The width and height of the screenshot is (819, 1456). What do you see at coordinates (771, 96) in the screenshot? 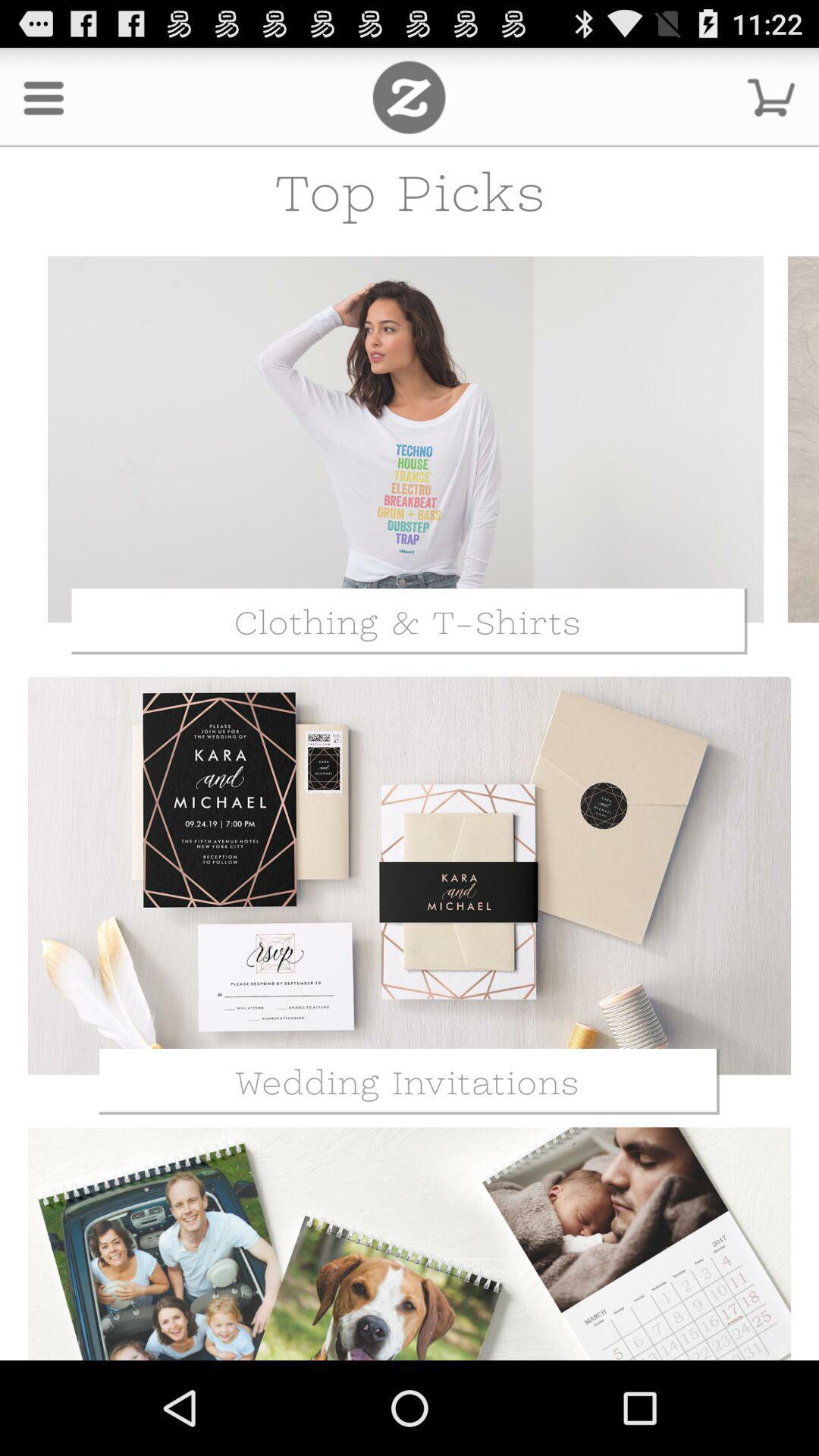
I see `shopping cart` at bounding box center [771, 96].